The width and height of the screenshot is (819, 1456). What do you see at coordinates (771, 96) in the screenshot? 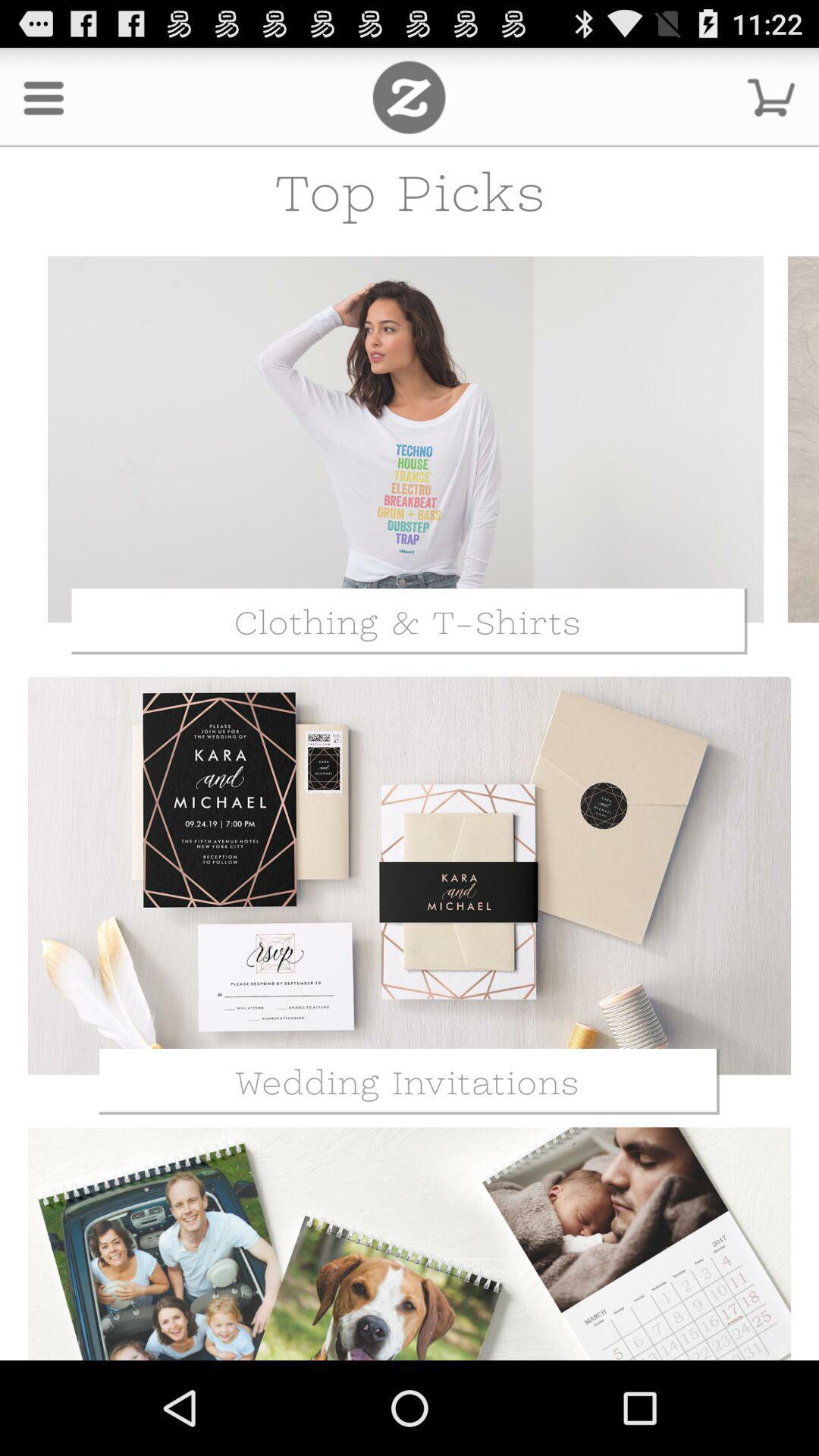
I see `shopping cart` at bounding box center [771, 96].